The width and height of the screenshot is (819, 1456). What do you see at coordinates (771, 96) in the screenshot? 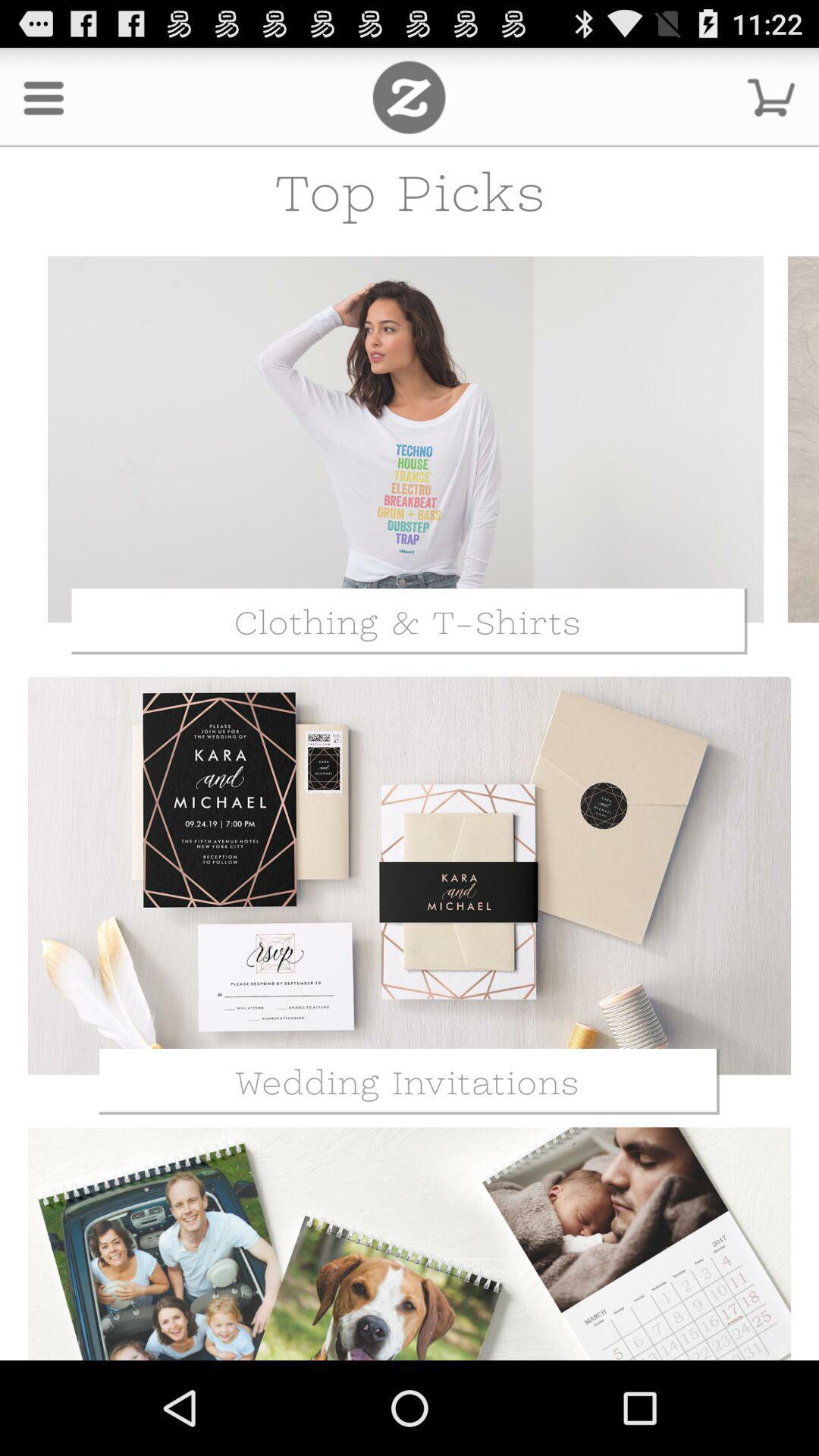
I see `shopping cart` at bounding box center [771, 96].